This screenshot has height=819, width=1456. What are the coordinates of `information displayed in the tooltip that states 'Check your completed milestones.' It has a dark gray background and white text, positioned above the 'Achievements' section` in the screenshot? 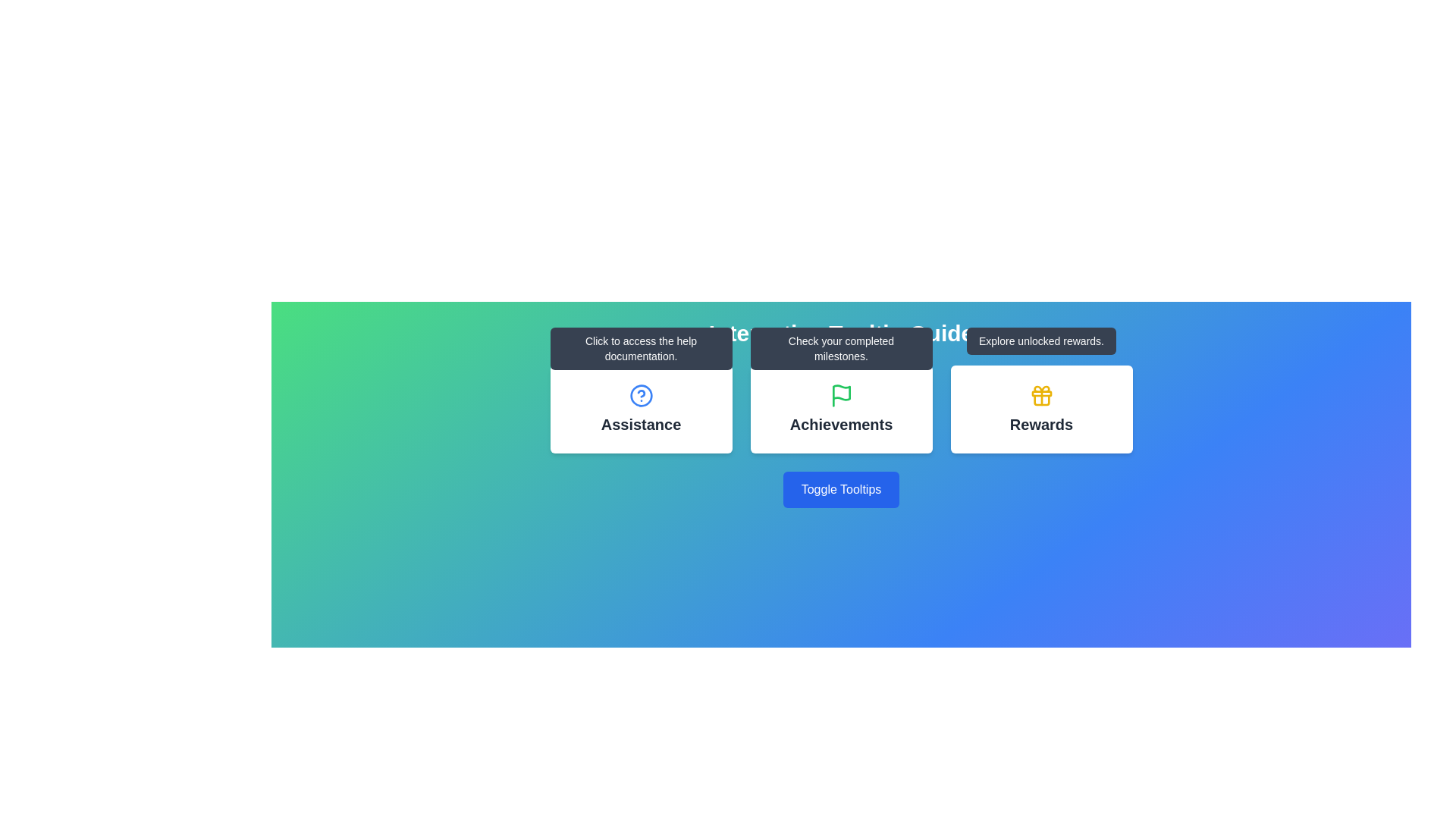 It's located at (840, 348).